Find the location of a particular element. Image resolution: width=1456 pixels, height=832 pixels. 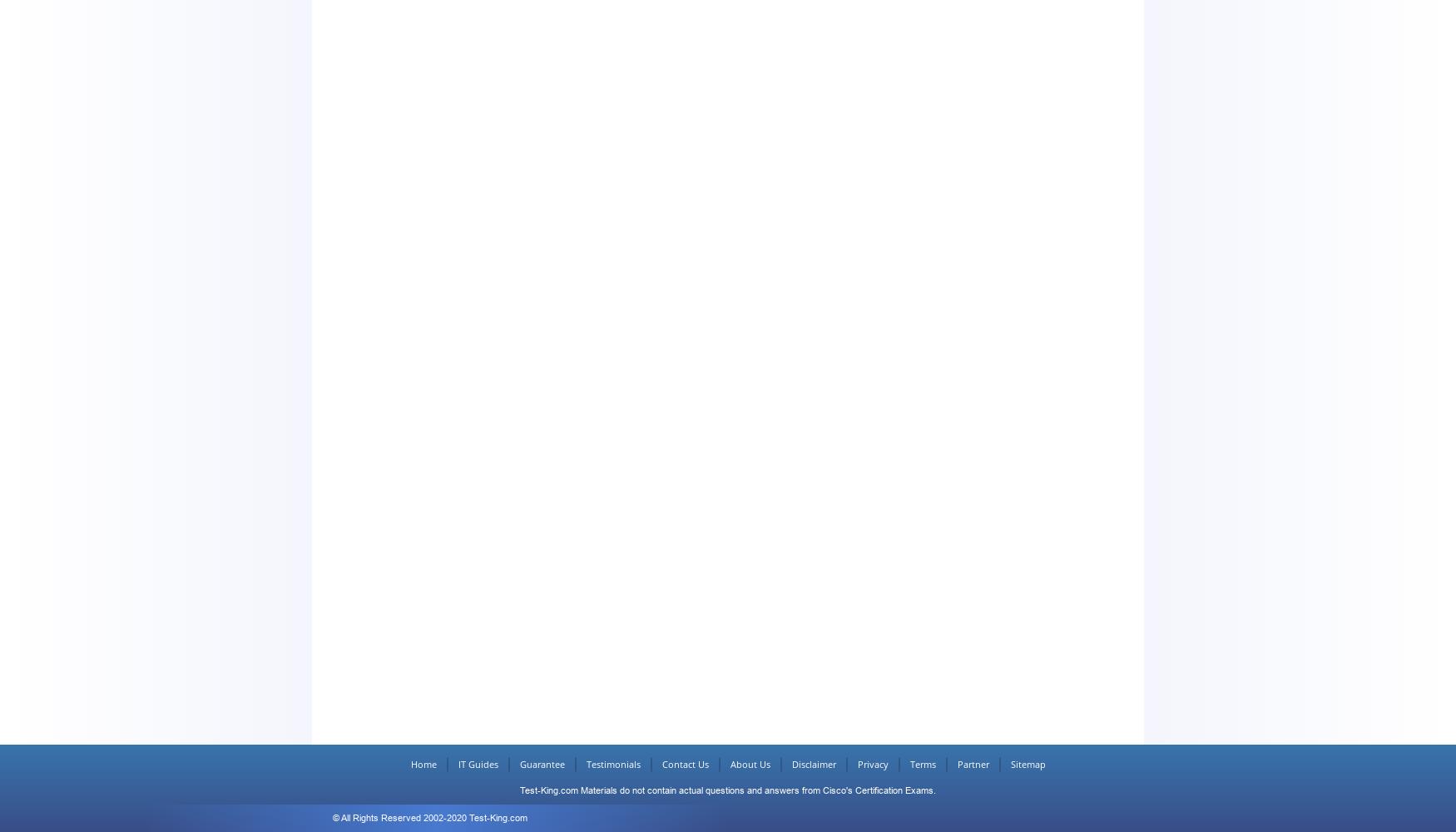

'Guarantee' is located at coordinates (541, 764).